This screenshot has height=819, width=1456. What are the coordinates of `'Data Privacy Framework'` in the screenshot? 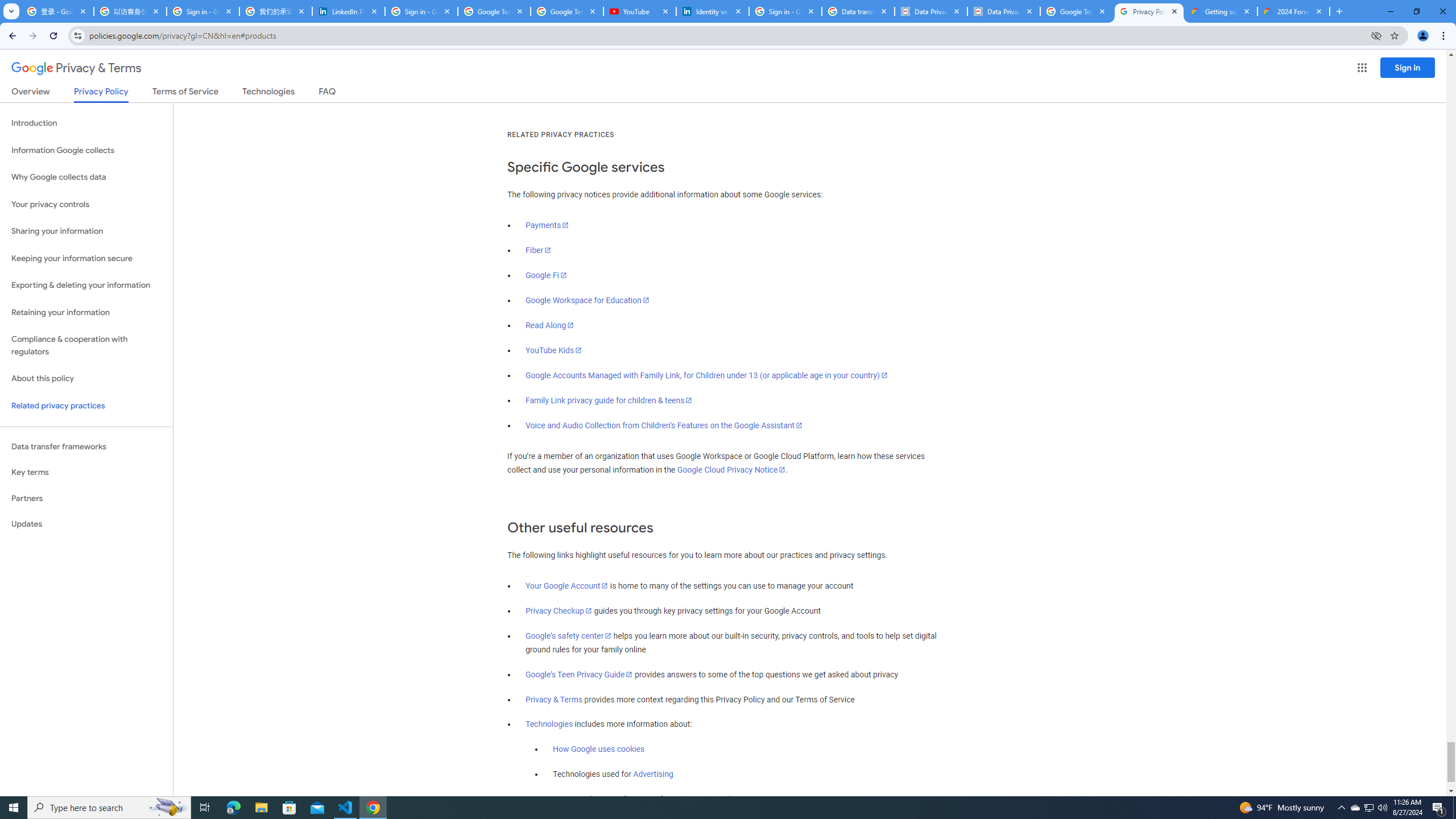 It's located at (1004, 11).